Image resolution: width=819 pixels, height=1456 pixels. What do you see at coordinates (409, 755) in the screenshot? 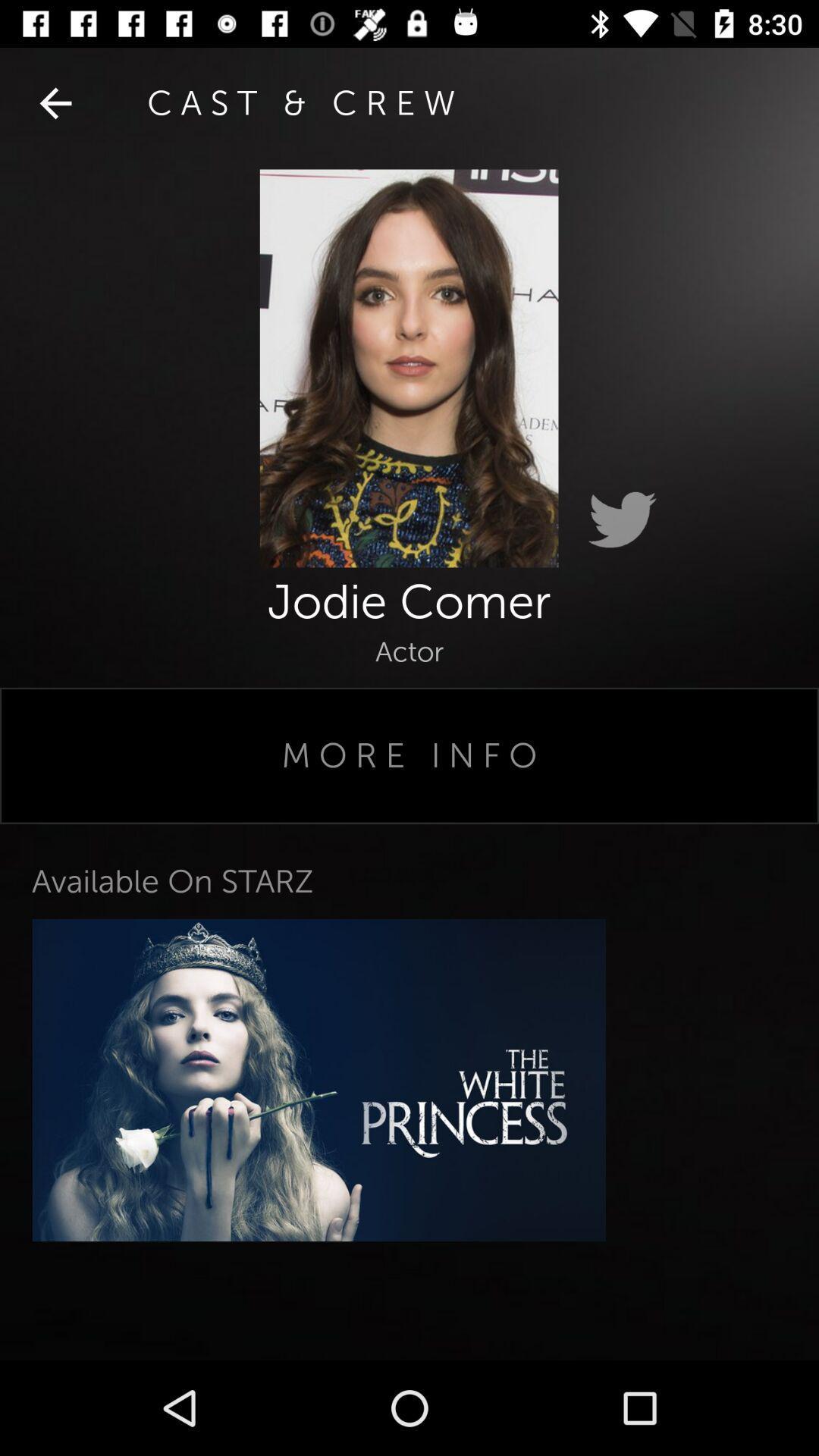
I see `the more info icon` at bounding box center [409, 755].